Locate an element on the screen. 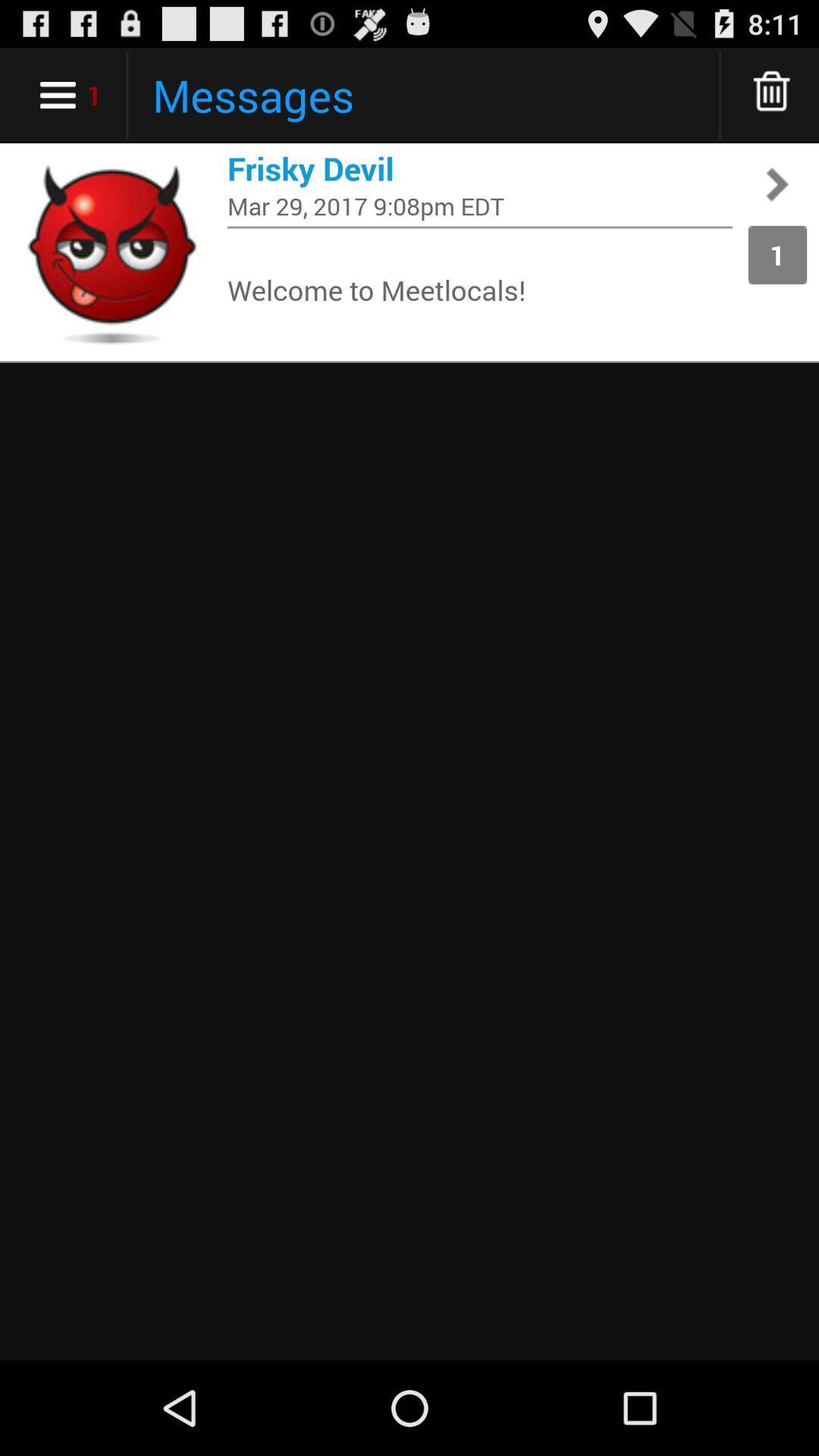 This screenshot has height=1456, width=819. the app below mar 29 2017 app is located at coordinates (479, 226).